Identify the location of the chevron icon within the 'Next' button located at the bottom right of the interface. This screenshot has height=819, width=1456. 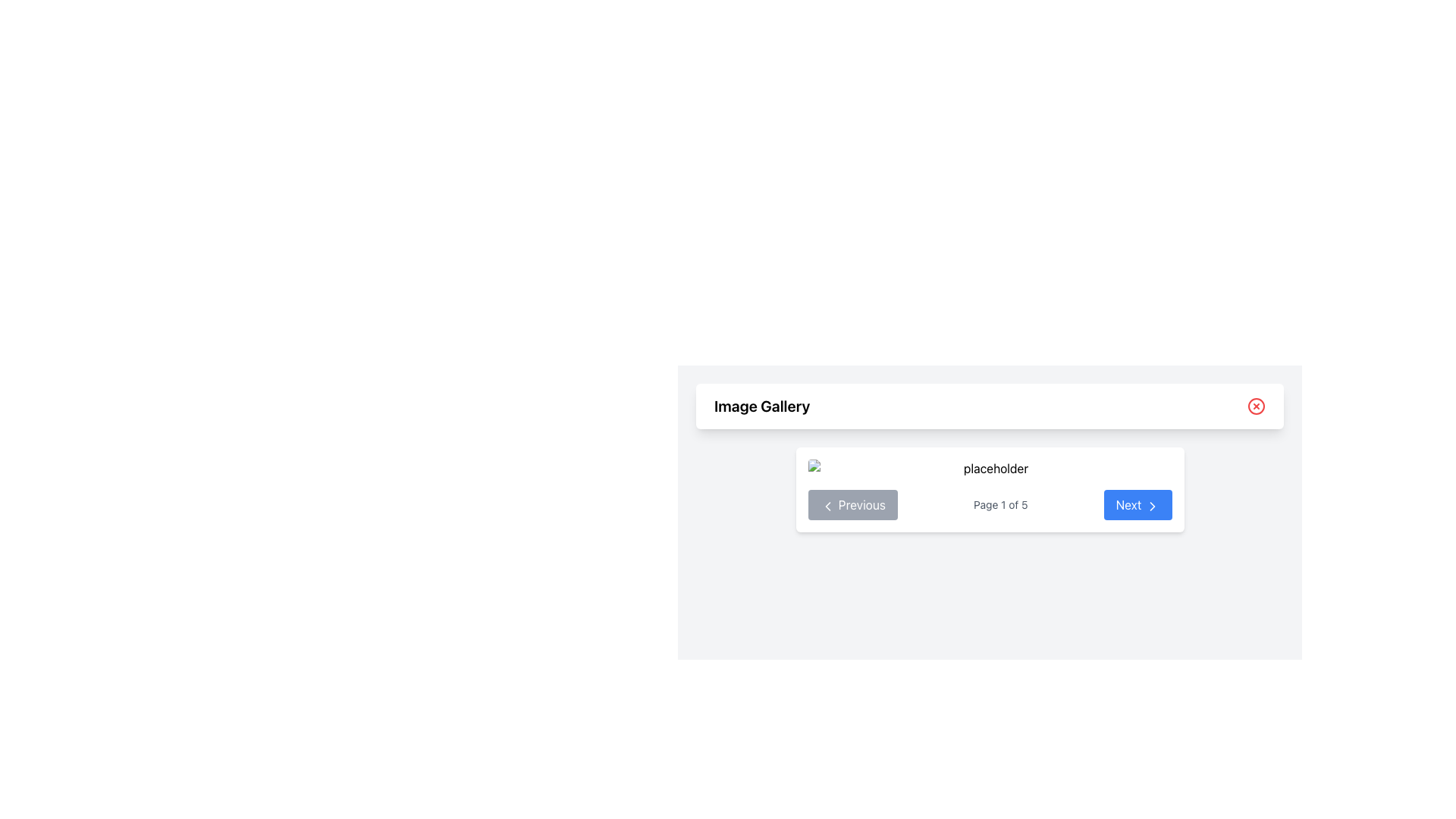
(1152, 506).